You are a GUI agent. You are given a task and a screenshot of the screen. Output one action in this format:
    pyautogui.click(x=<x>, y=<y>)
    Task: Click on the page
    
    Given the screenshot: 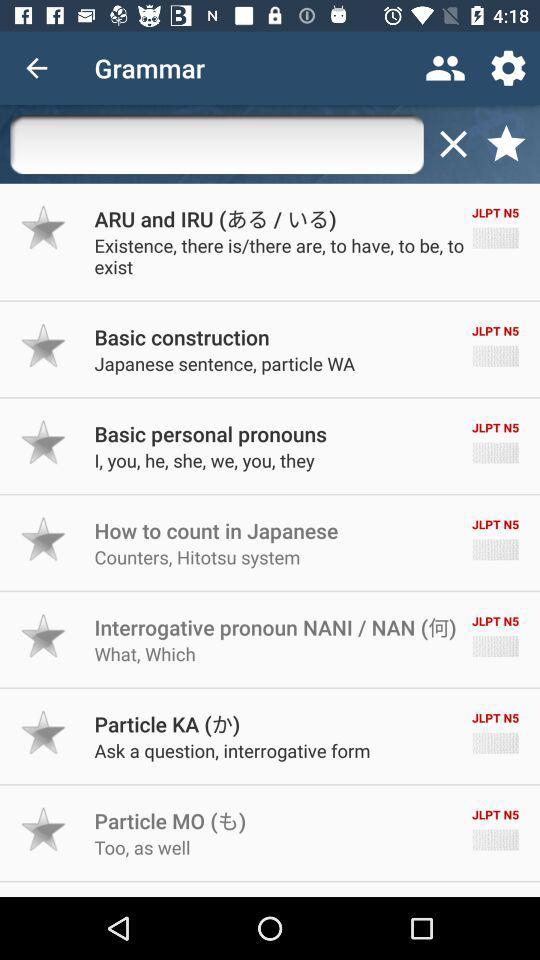 What is the action you would take?
    pyautogui.click(x=453, y=143)
    